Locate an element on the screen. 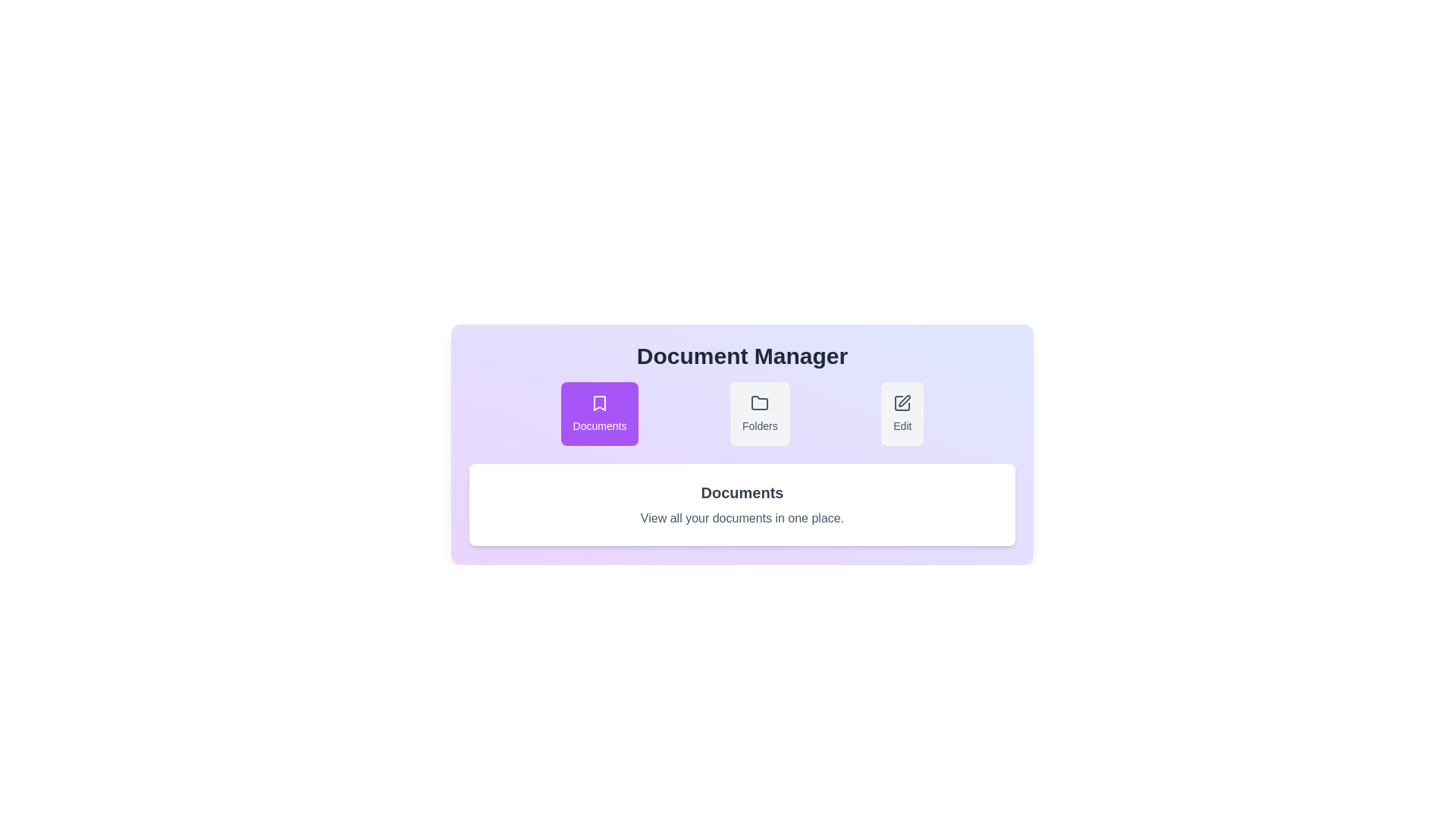  the folder icon, which is the central icon among three icons in the 'Document Manager' card is located at coordinates (760, 402).